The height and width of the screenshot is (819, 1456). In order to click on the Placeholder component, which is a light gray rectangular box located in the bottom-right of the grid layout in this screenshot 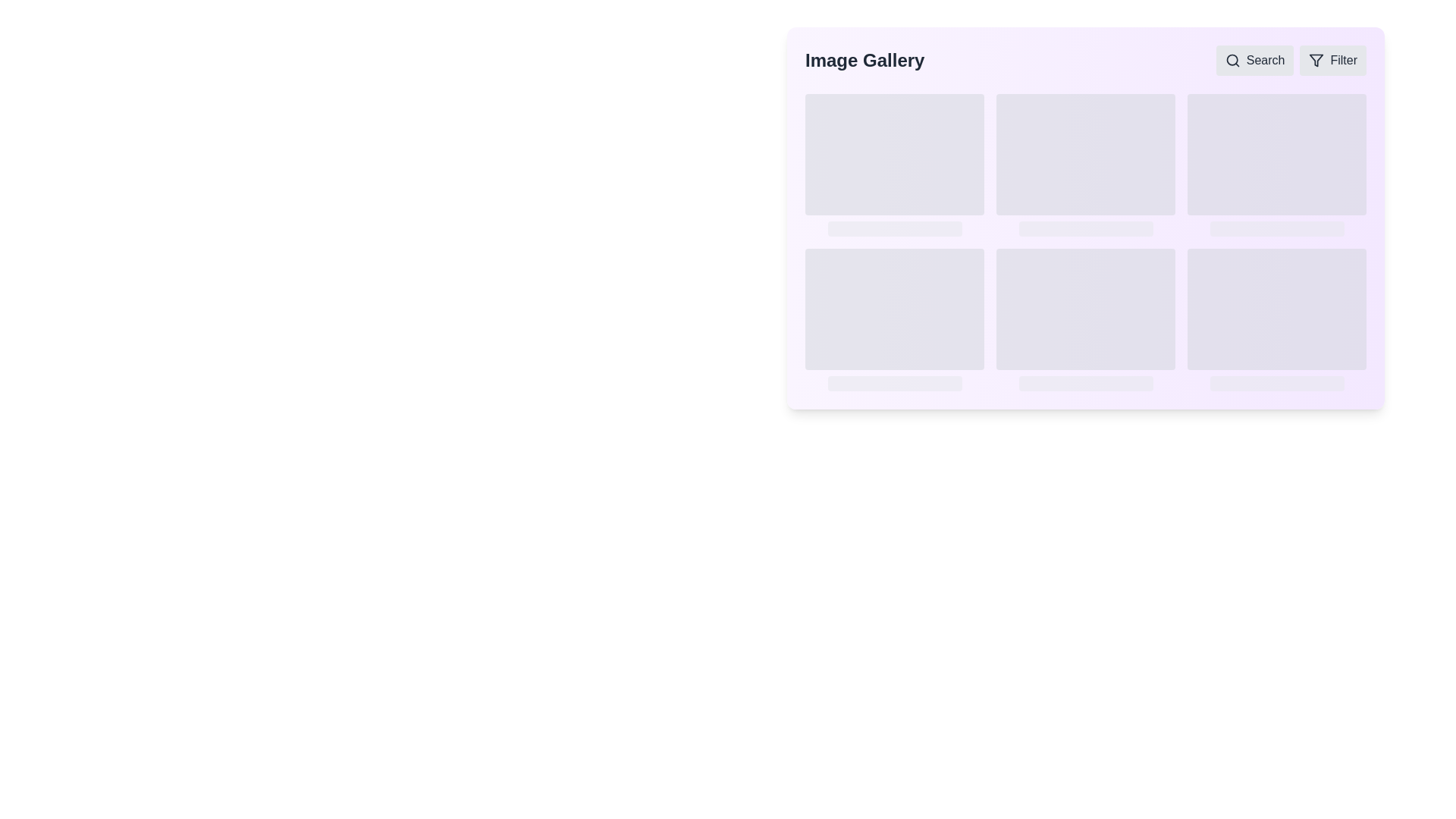, I will do `click(1276, 318)`.